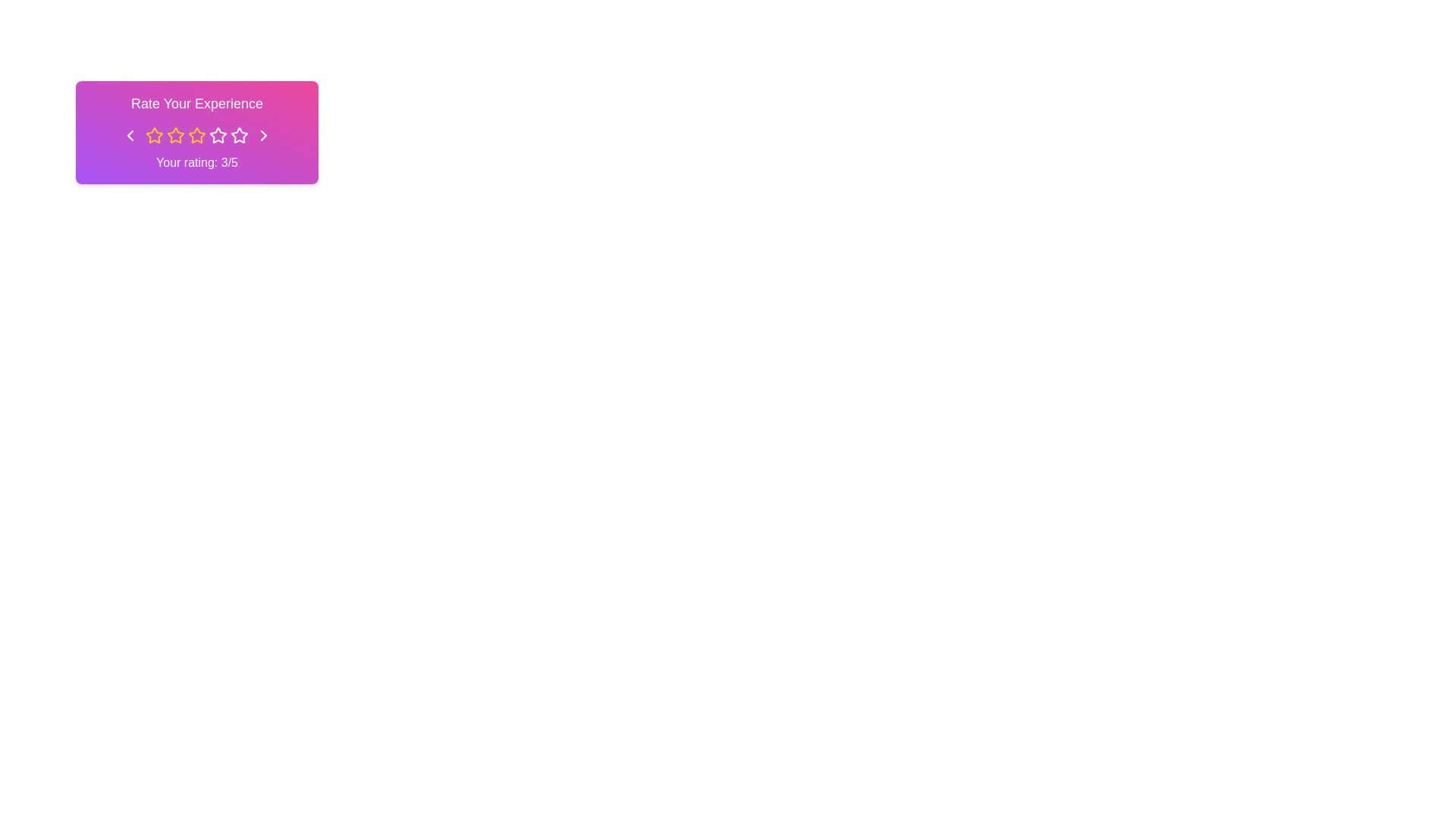 The width and height of the screenshot is (1456, 819). I want to click on the third yellow star in the rating widget, so click(196, 134).